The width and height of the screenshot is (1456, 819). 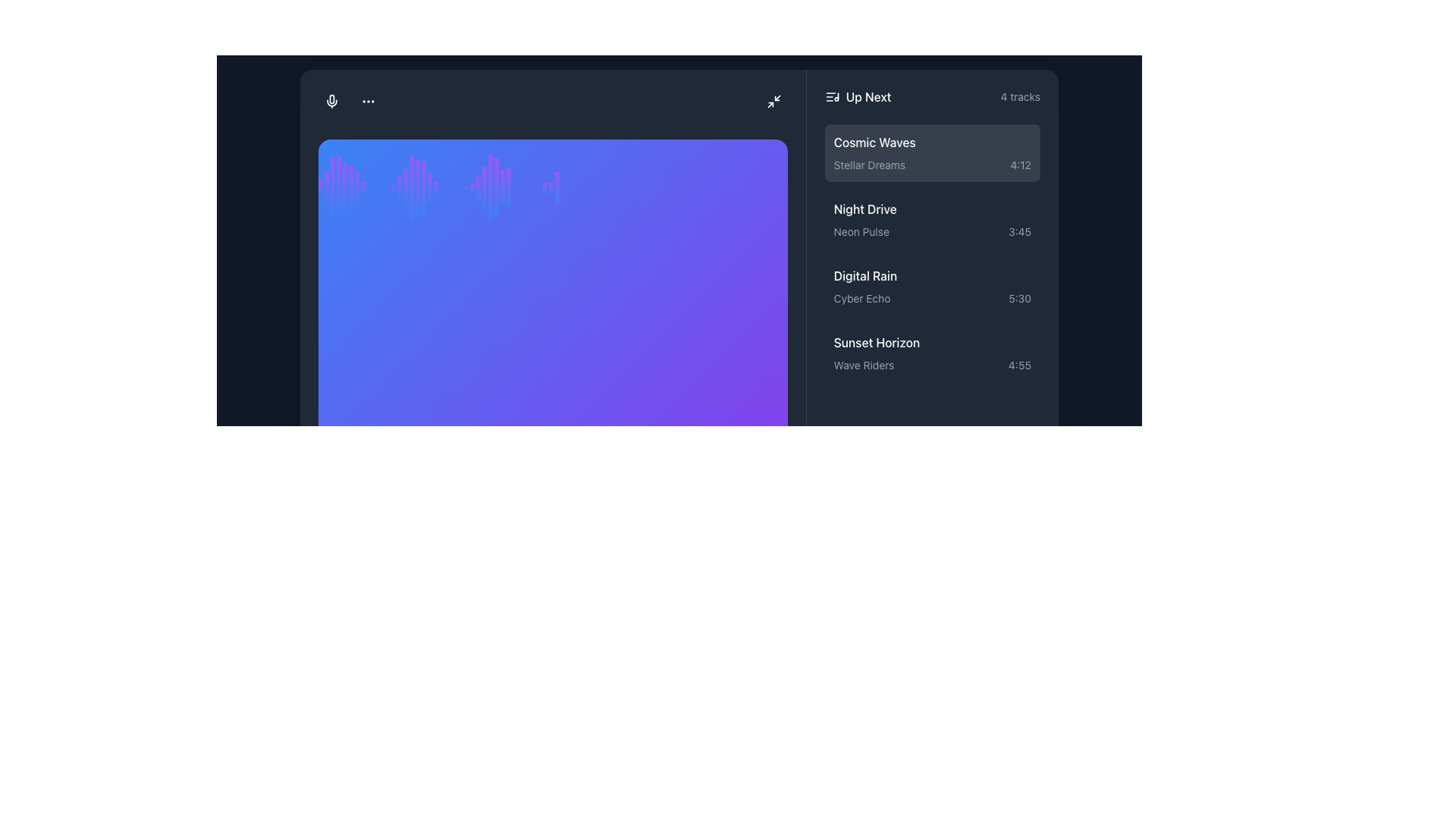 What do you see at coordinates (865, 209) in the screenshot?
I see `on the text label titled 'Night Drive'` at bounding box center [865, 209].